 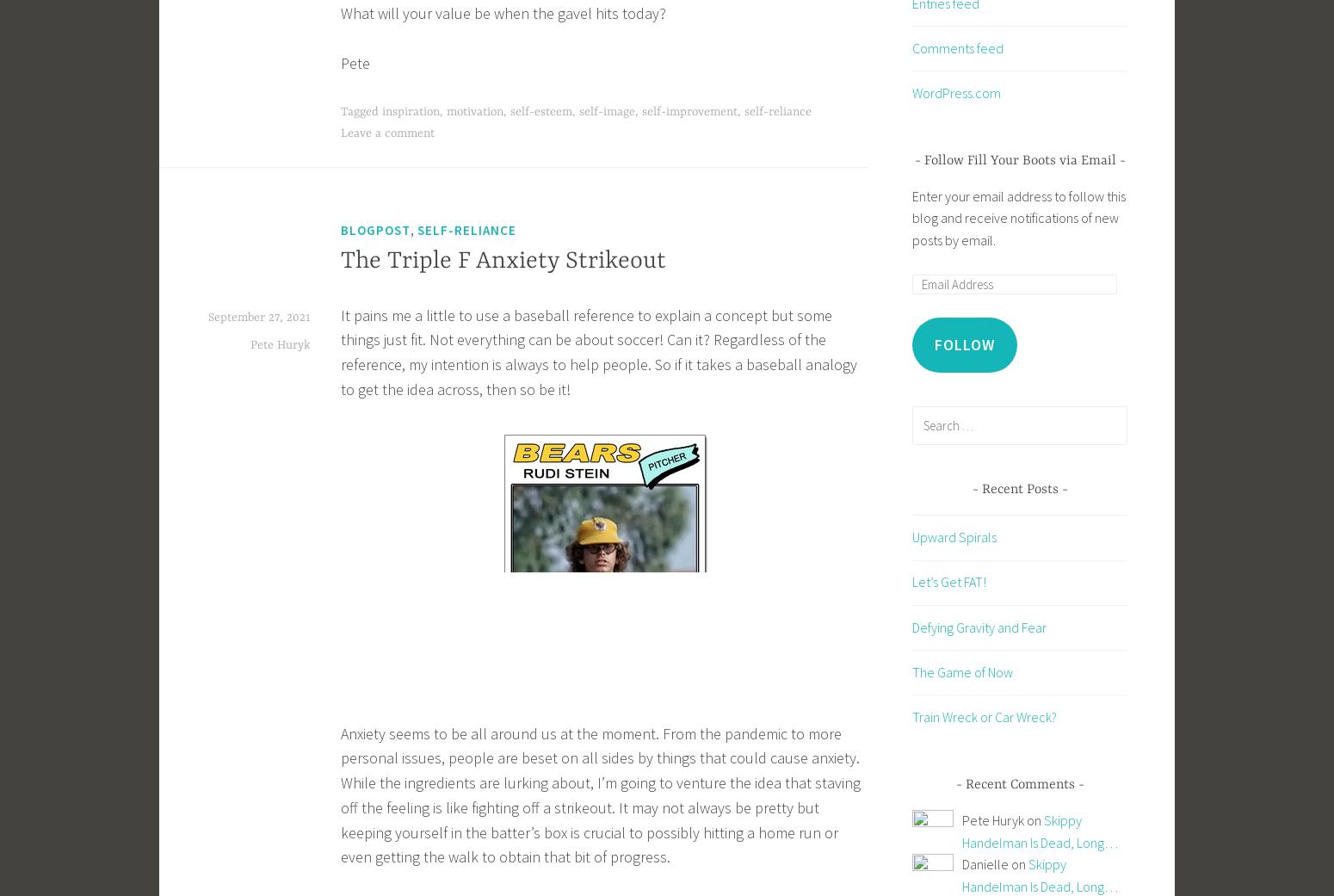 What do you see at coordinates (961, 671) in the screenshot?
I see `'The Game of Now'` at bounding box center [961, 671].